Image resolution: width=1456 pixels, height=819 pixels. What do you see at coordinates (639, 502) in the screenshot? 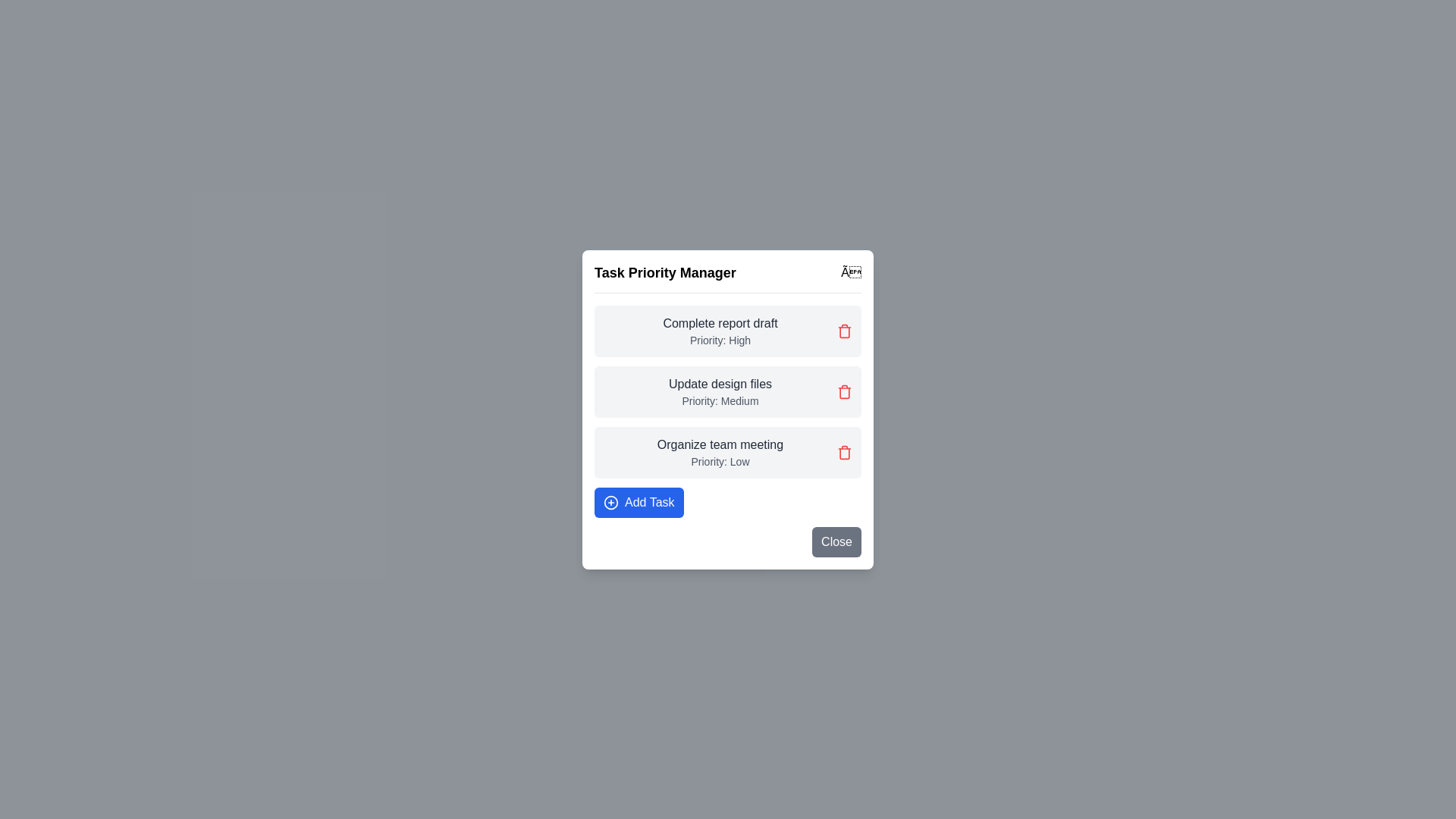
I see `the 'Add Task' button to add a new task` at bounding box center [639, 502].